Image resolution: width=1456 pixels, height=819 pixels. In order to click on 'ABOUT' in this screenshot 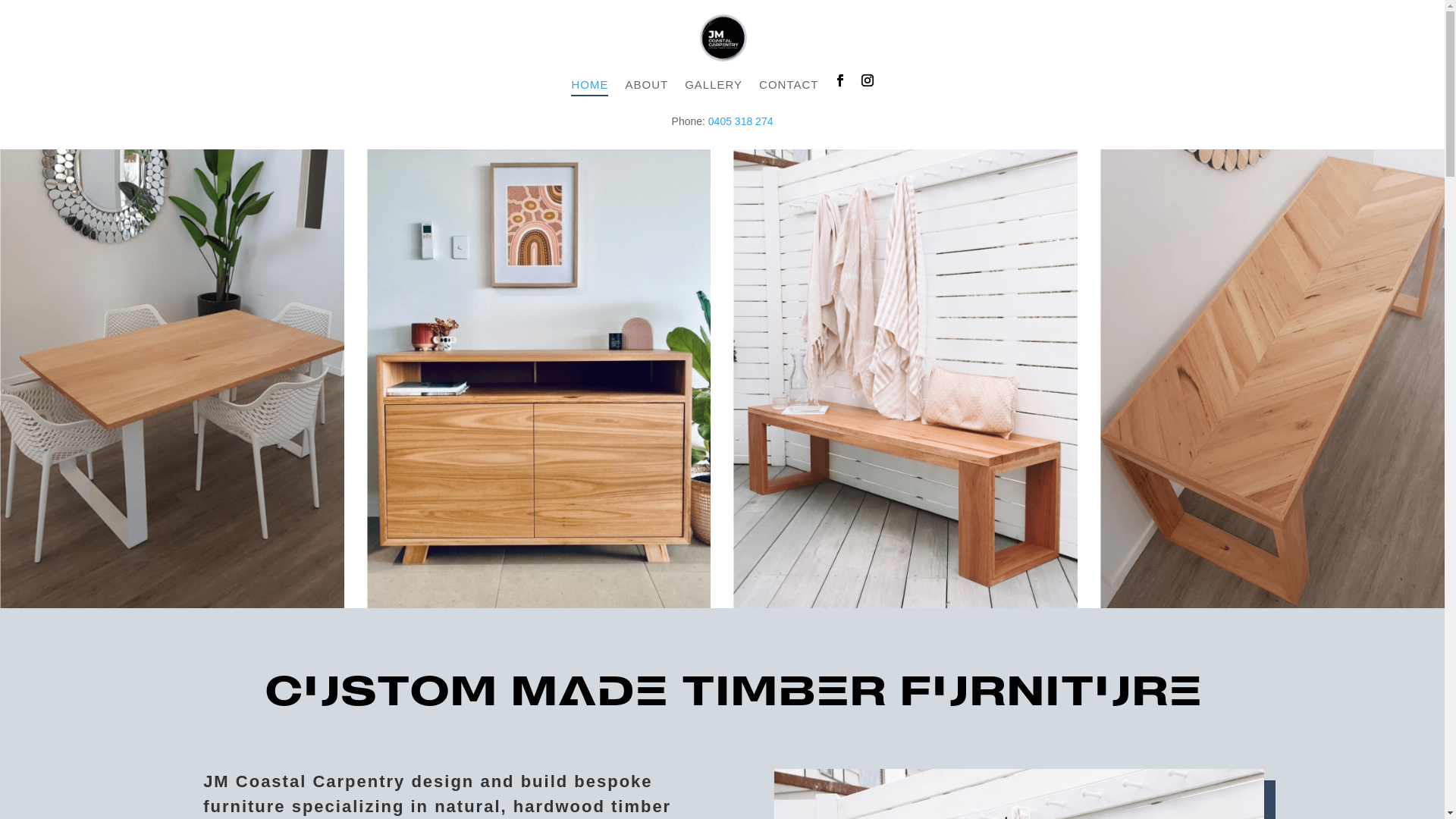, I will do `click(646, 96)`.